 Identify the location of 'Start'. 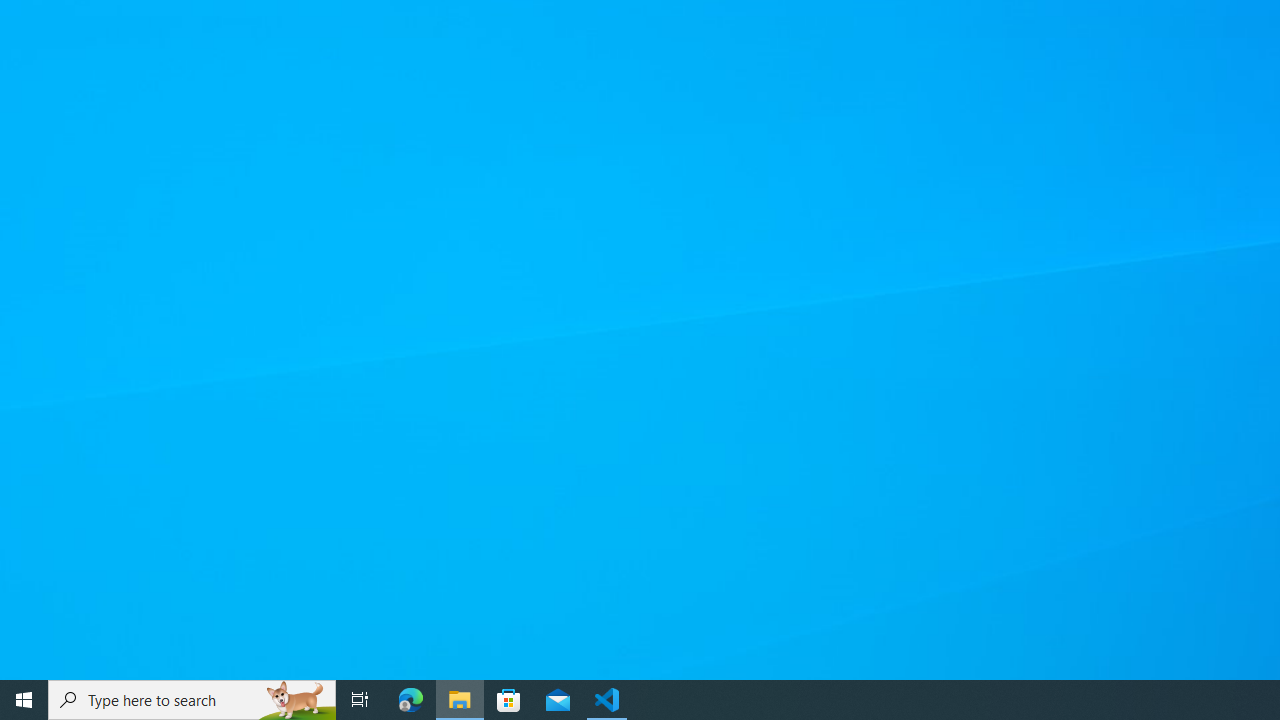
(24, 698).